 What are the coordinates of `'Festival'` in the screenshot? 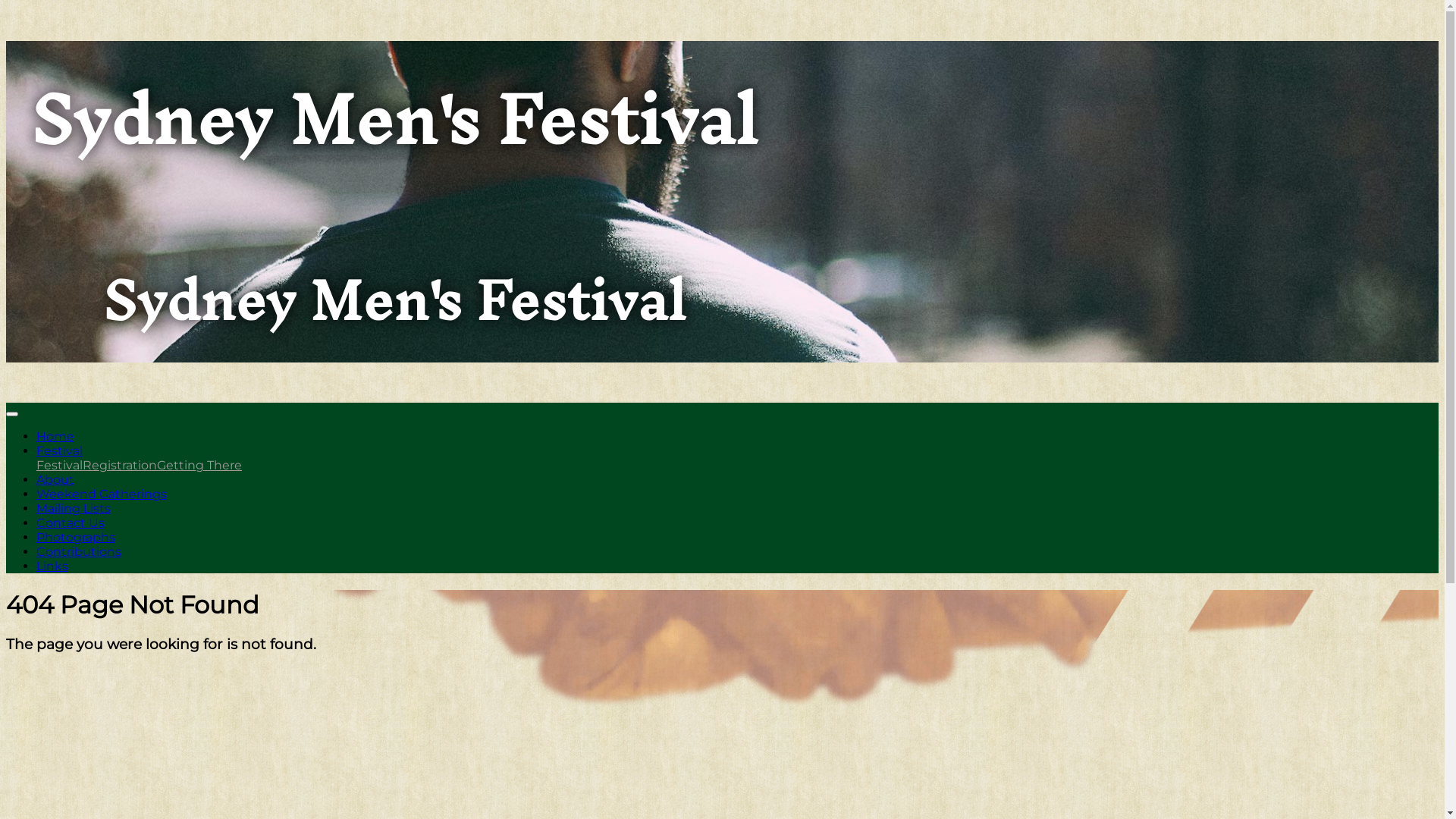 It's located at (36, 464).